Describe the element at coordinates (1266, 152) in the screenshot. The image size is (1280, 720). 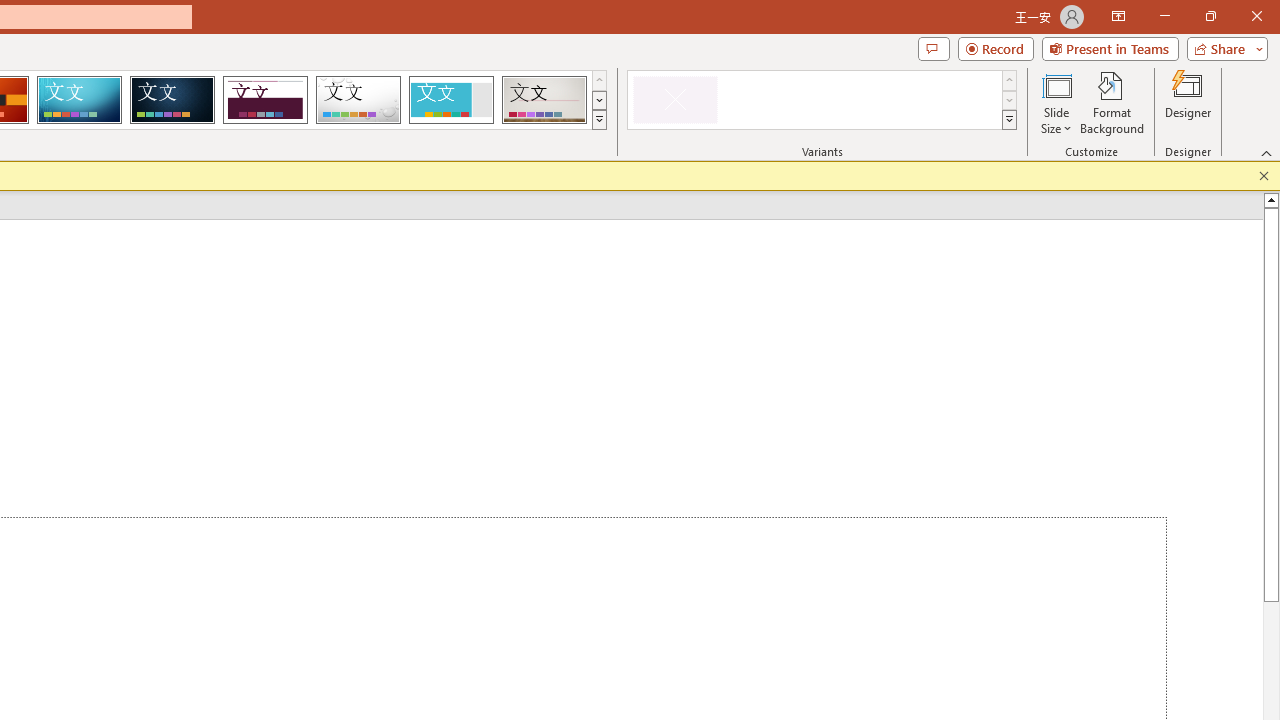
I see `'Collapse the Ribbon'` at that location.